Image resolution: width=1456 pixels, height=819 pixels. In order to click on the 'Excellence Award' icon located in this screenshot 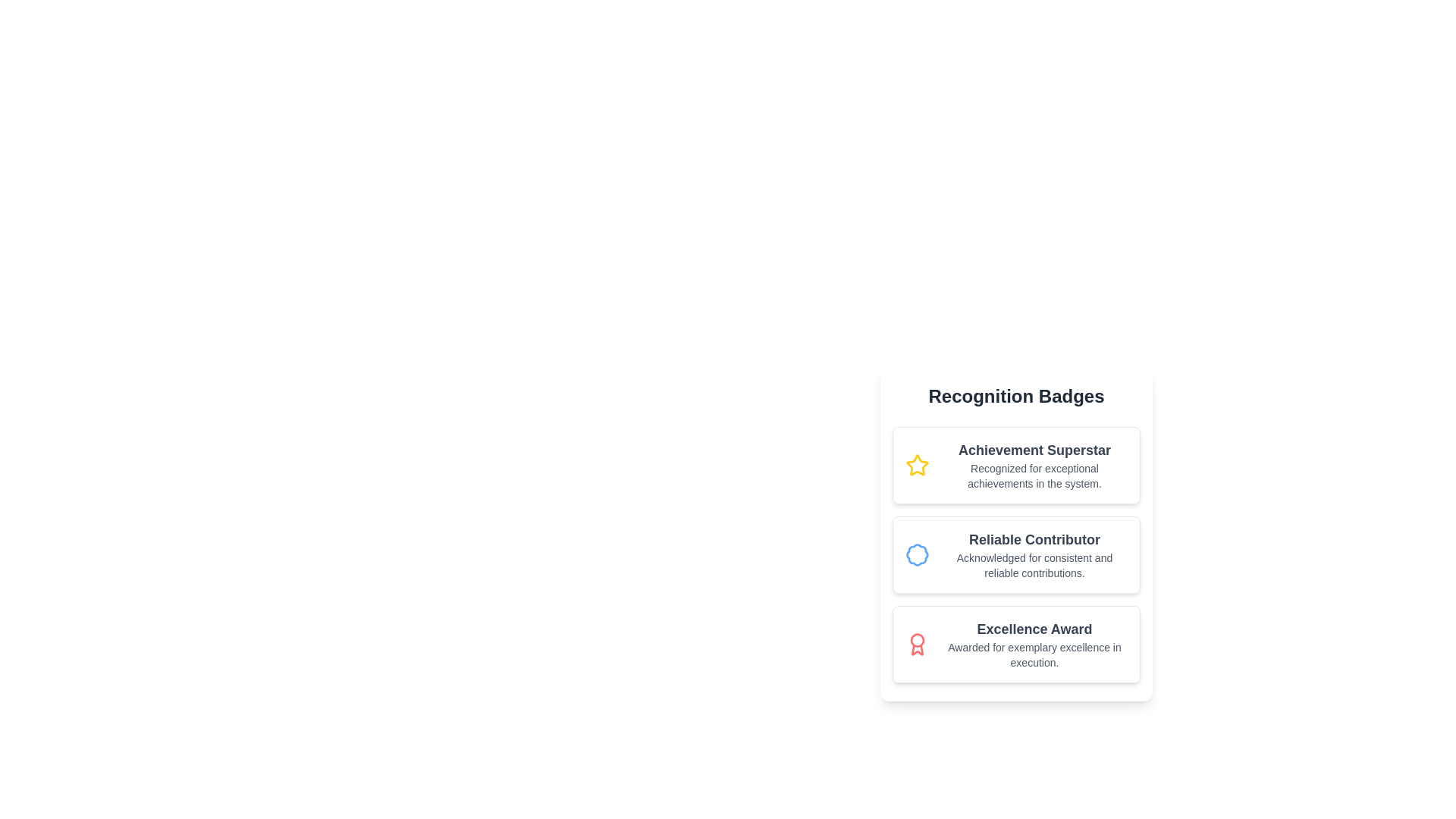, I will do `click(923, 644)`.